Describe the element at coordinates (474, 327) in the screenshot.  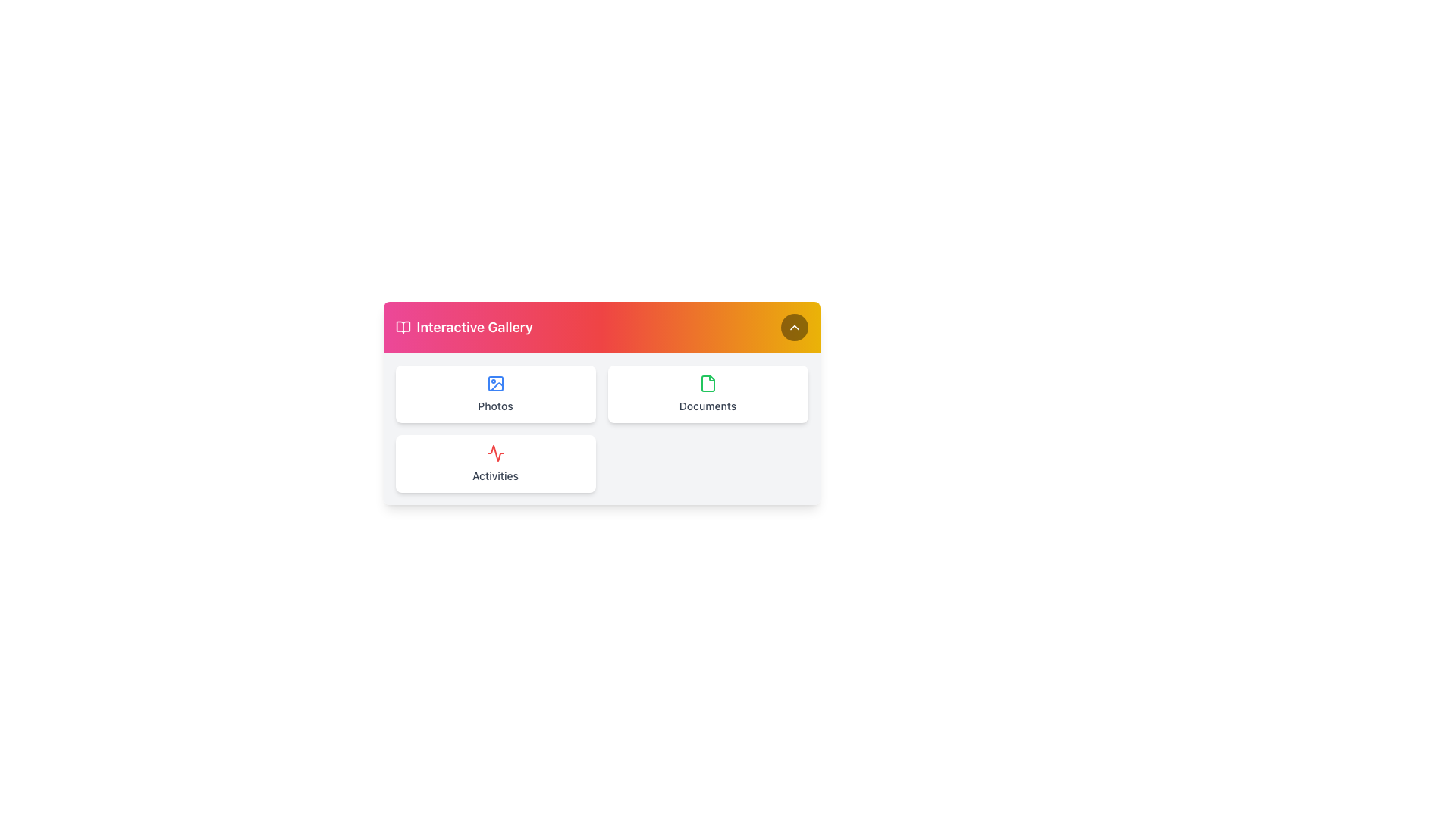
I see `the text label 'Interactive Gallery', which is centrally positioned in a horizontal bar with a gradient background` at that location.